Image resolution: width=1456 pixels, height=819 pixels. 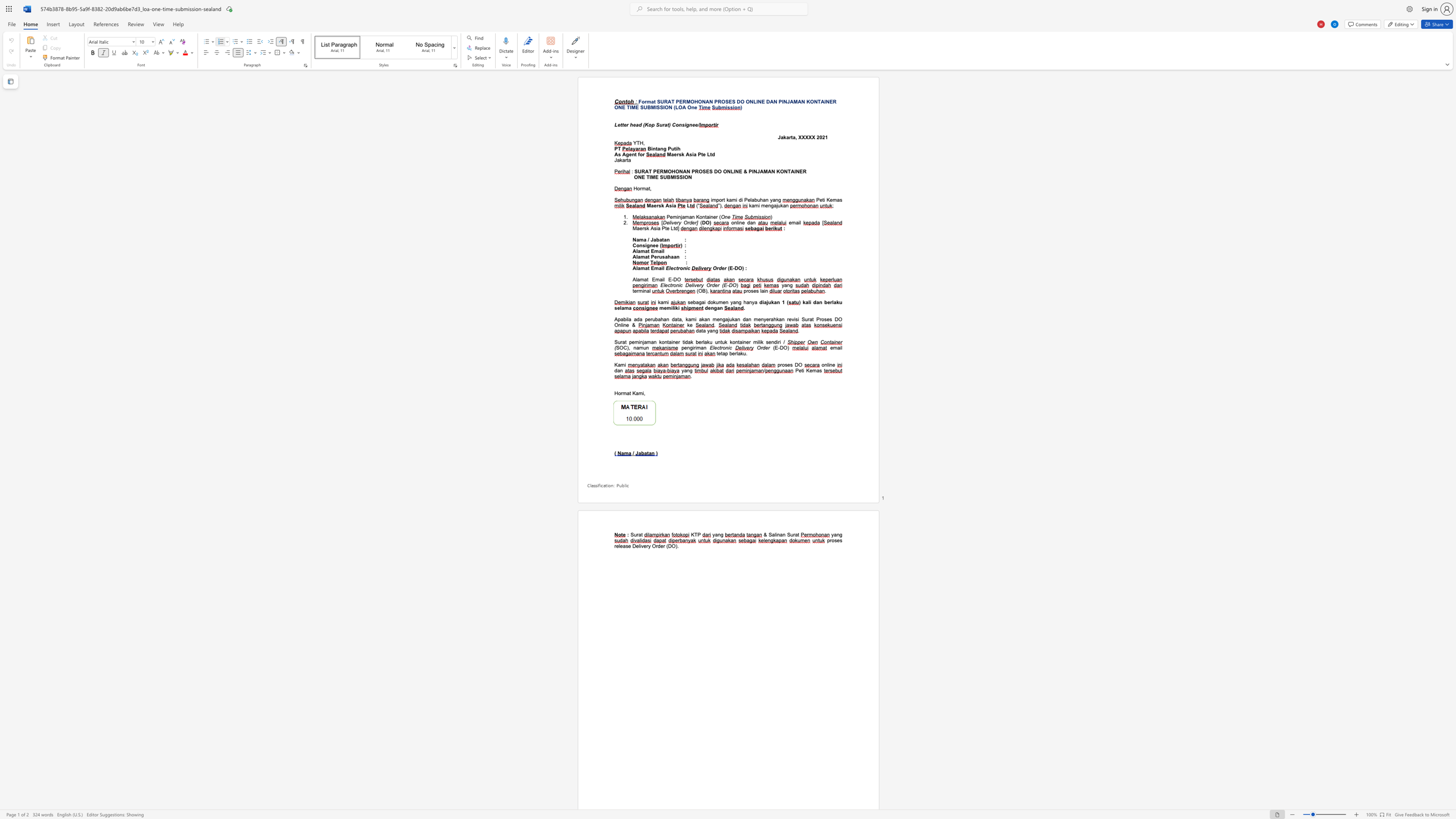 What do you see at coordinates (764, 205) in the screenshot?
I see `the space between the continuous character "m" and "e" in the text` at bounding box center [764, 205].